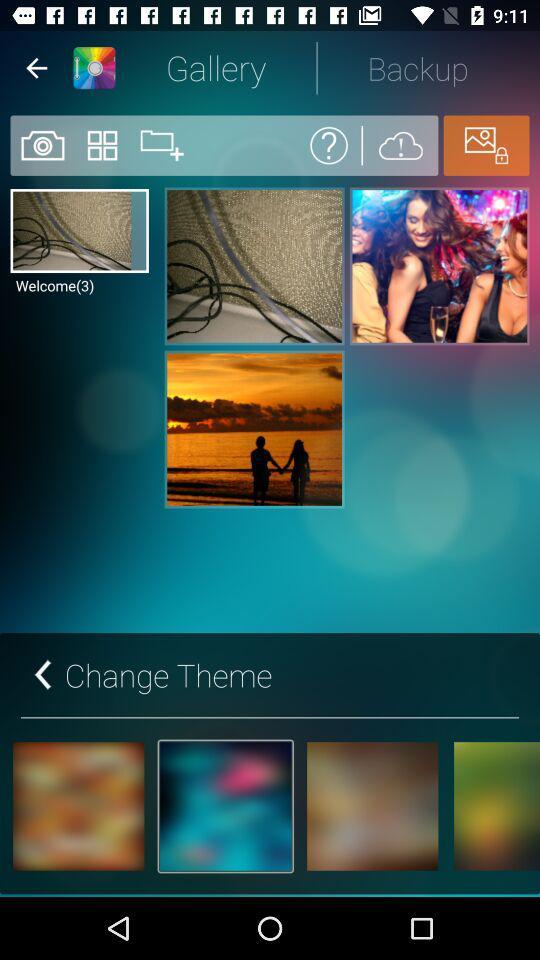 The width and height of the screenshot is (540, 960). I want to click on the help icon, so click(329, 144).